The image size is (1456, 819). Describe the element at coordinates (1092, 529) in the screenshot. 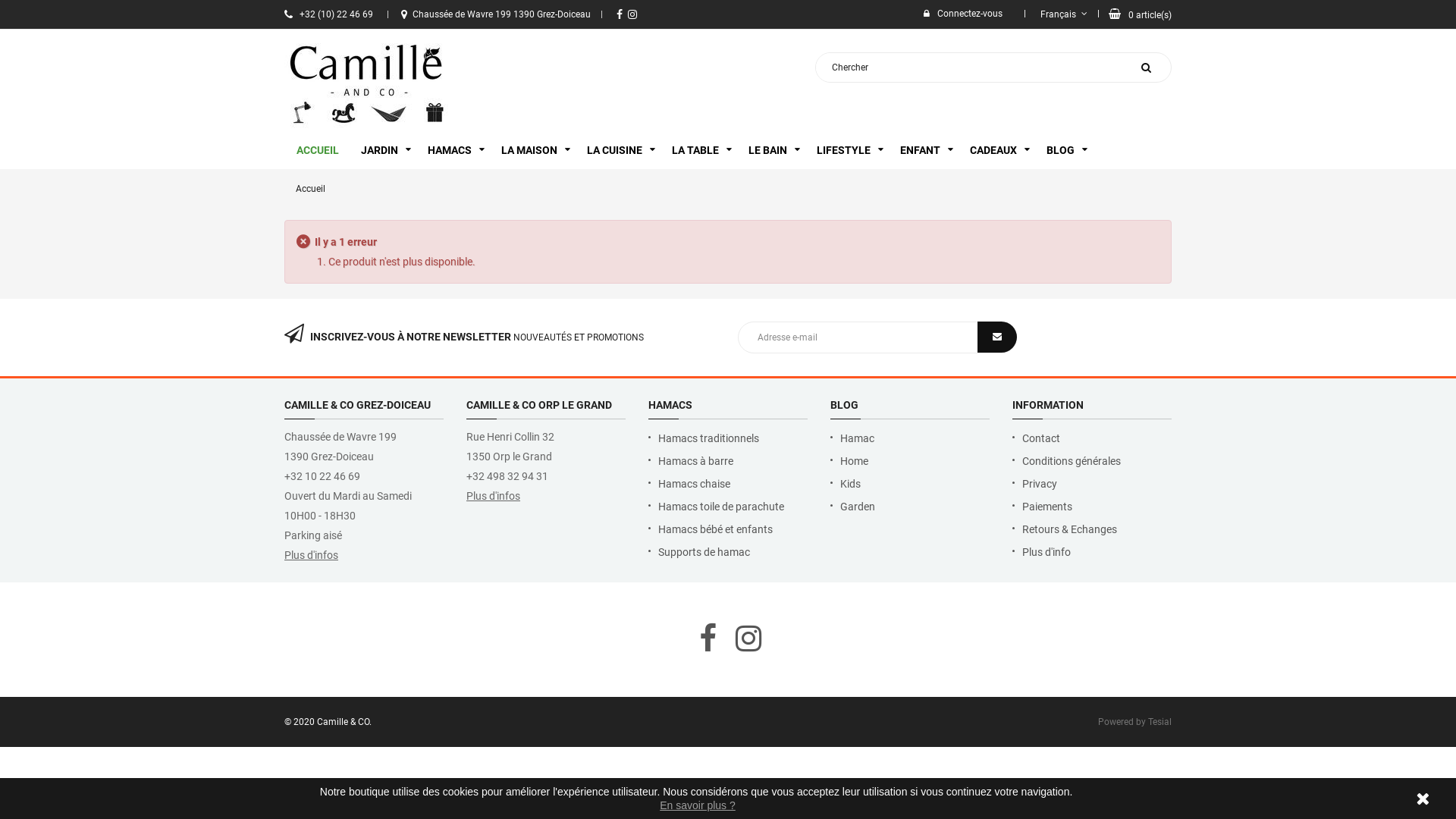

I see `'Retours & Echanges'` at that location.